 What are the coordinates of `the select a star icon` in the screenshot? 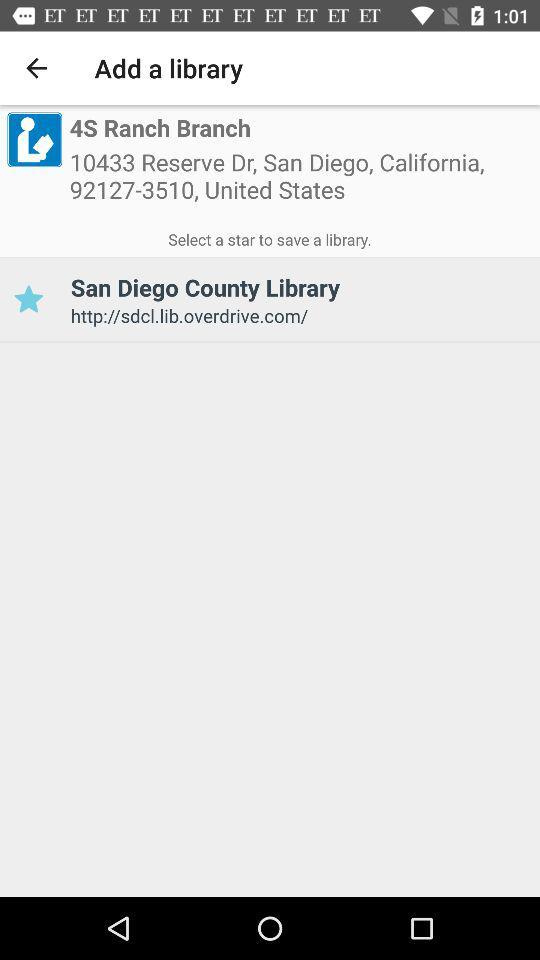 It's located at (270, 236).